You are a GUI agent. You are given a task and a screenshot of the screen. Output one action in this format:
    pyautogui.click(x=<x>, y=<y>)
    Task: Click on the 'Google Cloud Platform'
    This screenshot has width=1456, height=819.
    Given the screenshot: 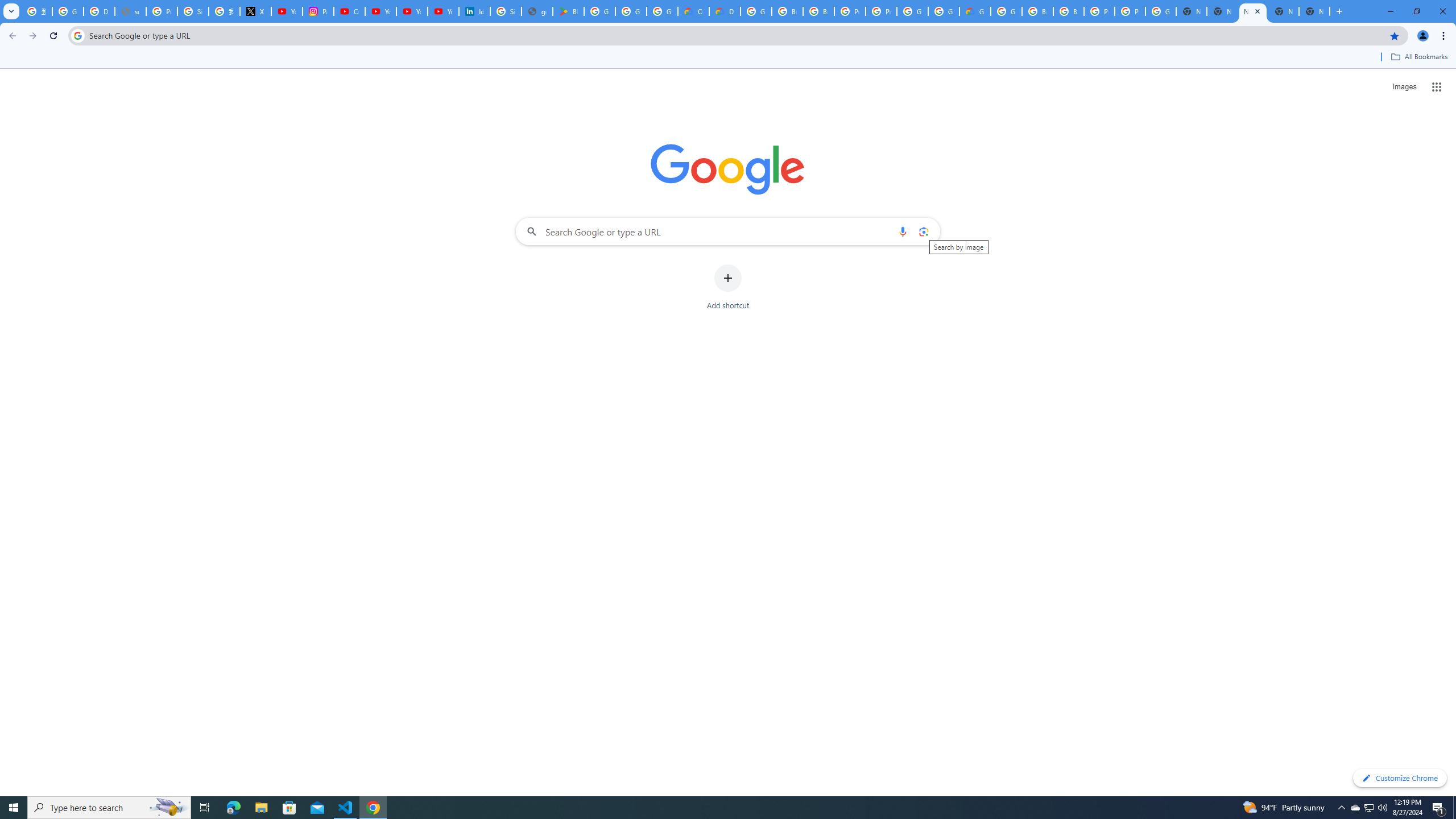 What is the action you would take?
    pyautogui.click(x=943, y=11)
    